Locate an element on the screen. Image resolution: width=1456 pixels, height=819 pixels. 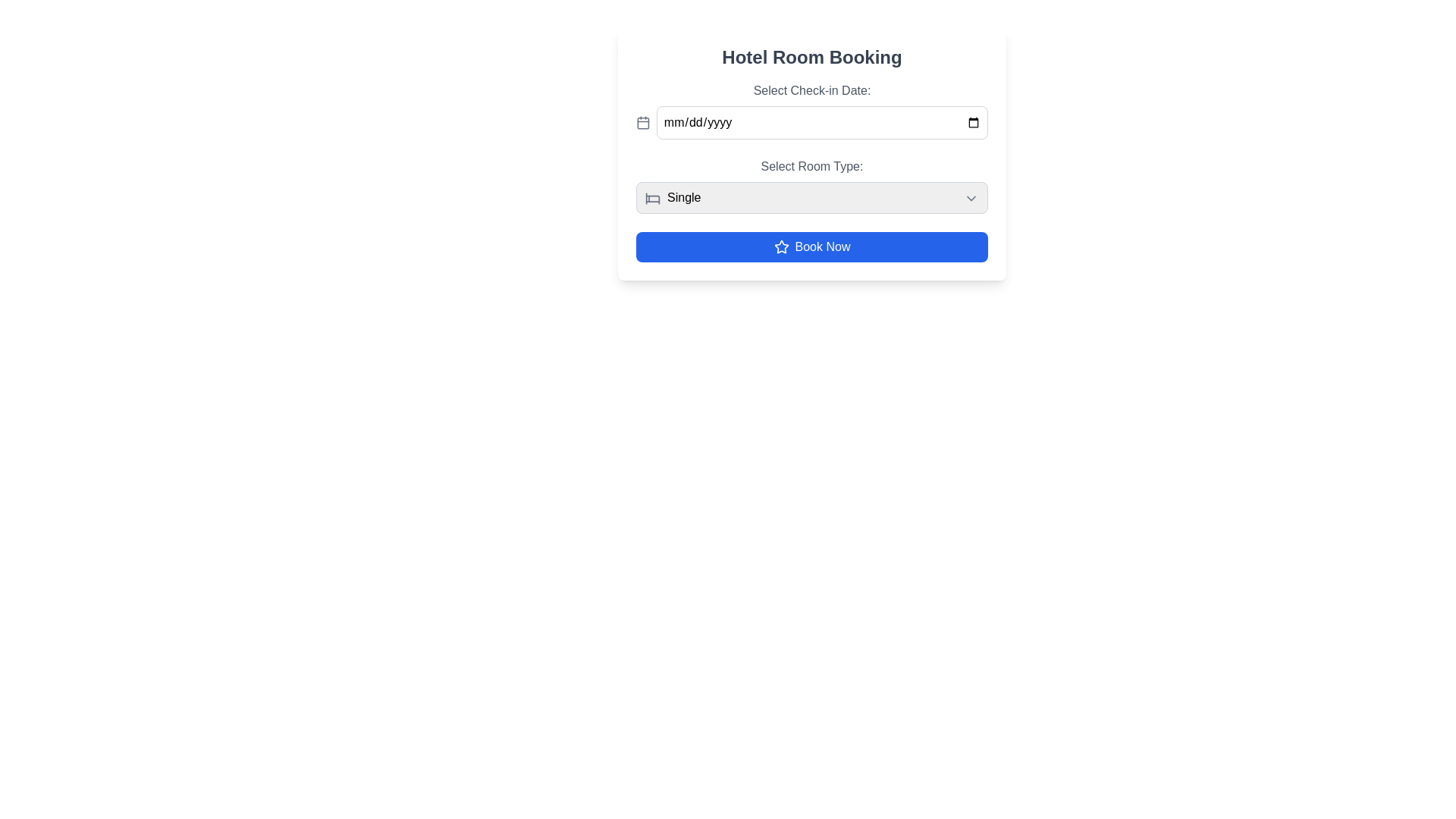
the dropdown menu labeled 'Select Room Type:' which currently displays 'Single' is located at coordinates (811, 185).